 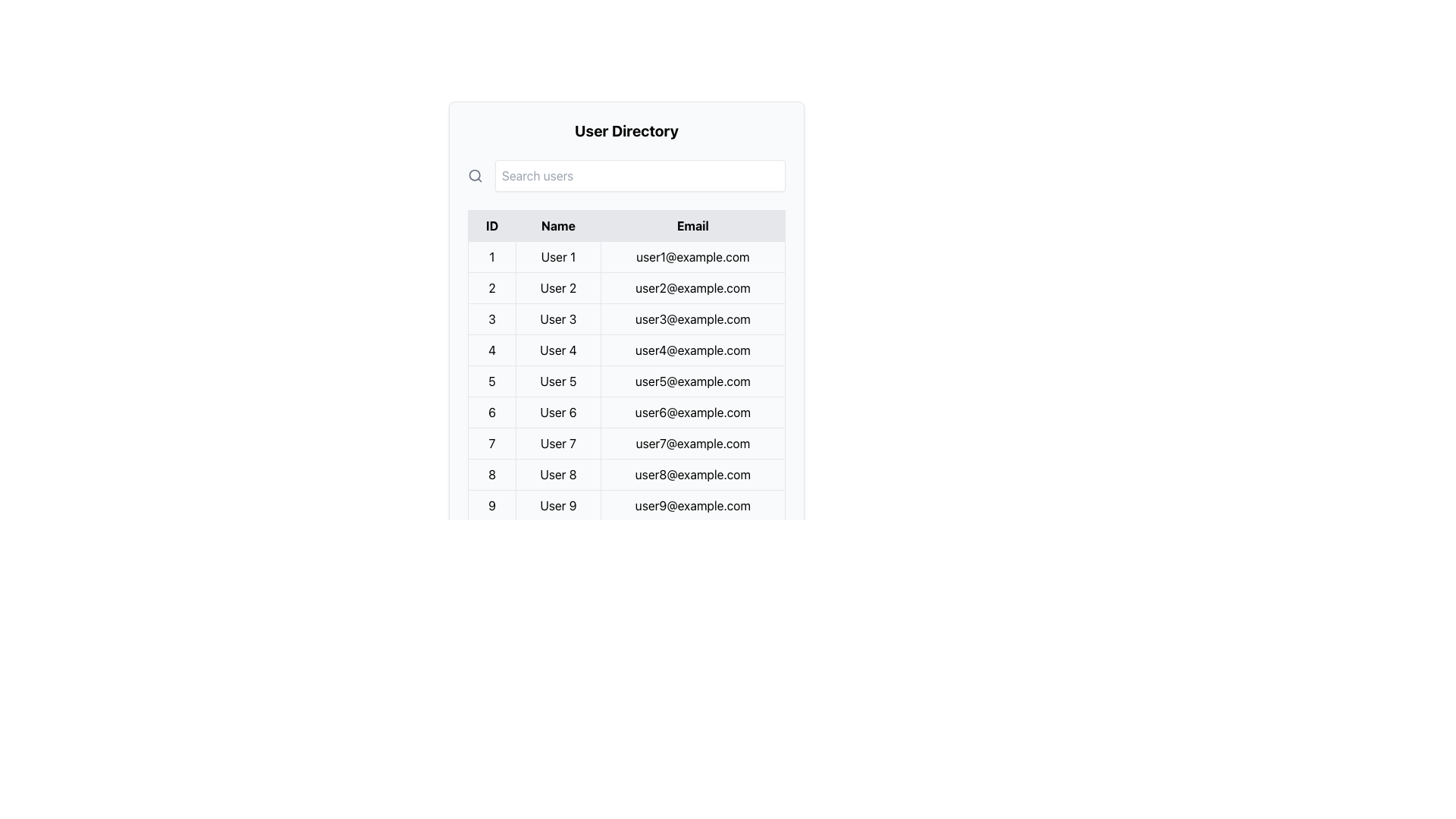 I want to click on the text label displaying the name of the user in the second row and second column of the directory table, so click(x=557, y=288).